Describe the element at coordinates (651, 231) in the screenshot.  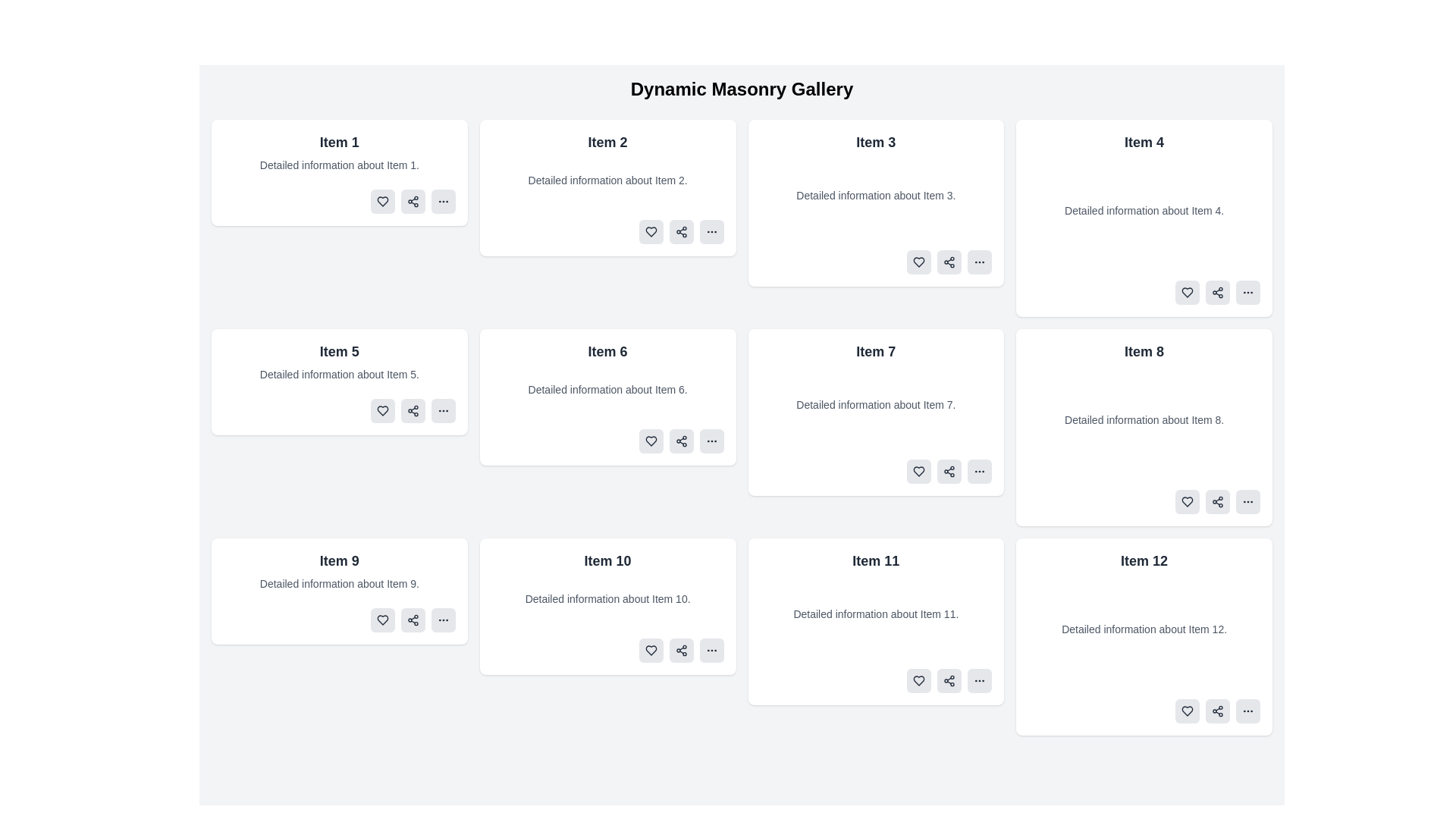
I see `the heart-shaped icon on the bottom row of icons for 'Item 2' in the dynamic masonry gallery to mark the item as favorite` at that location.